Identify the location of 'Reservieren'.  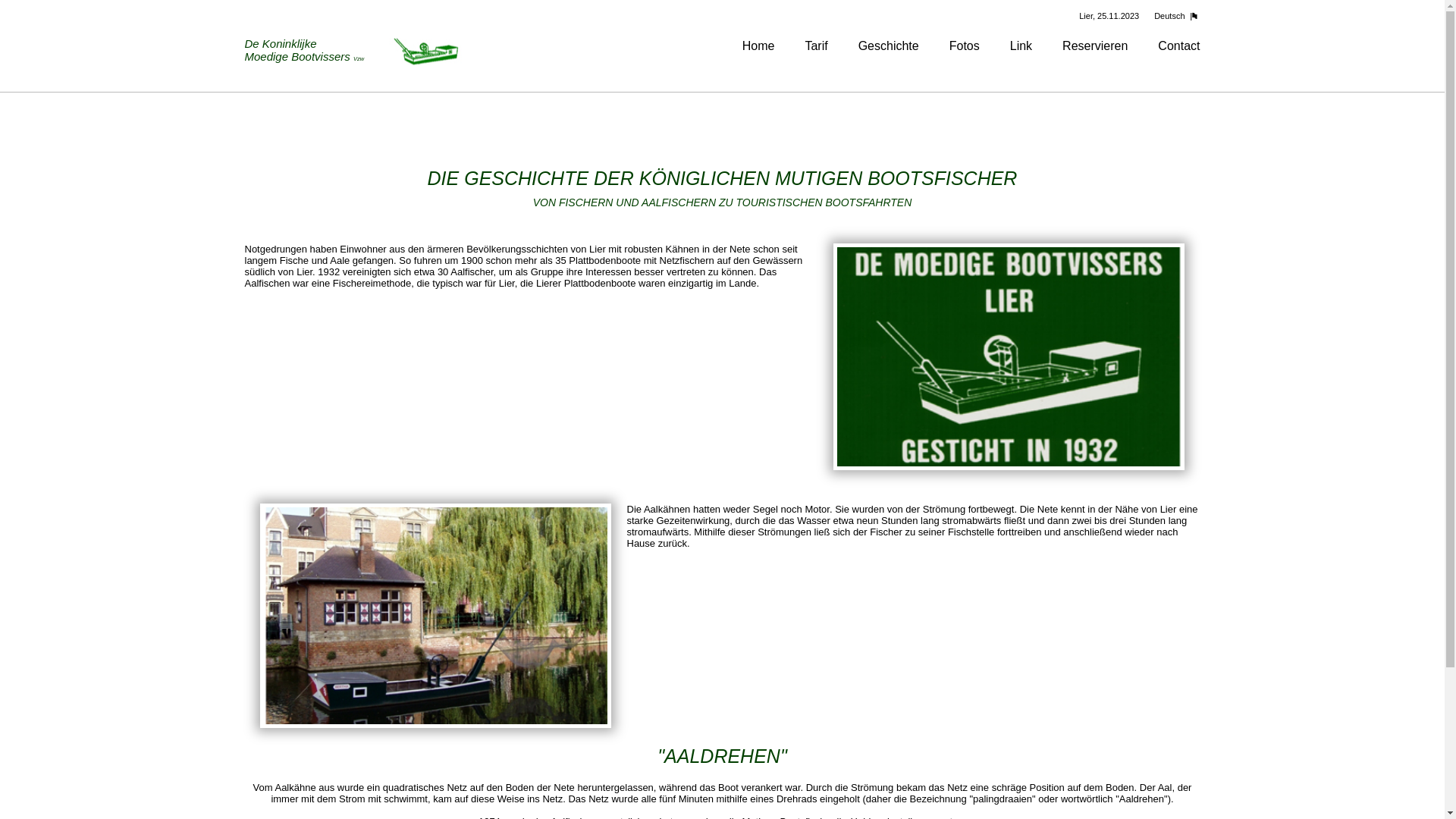
(1095, 45).